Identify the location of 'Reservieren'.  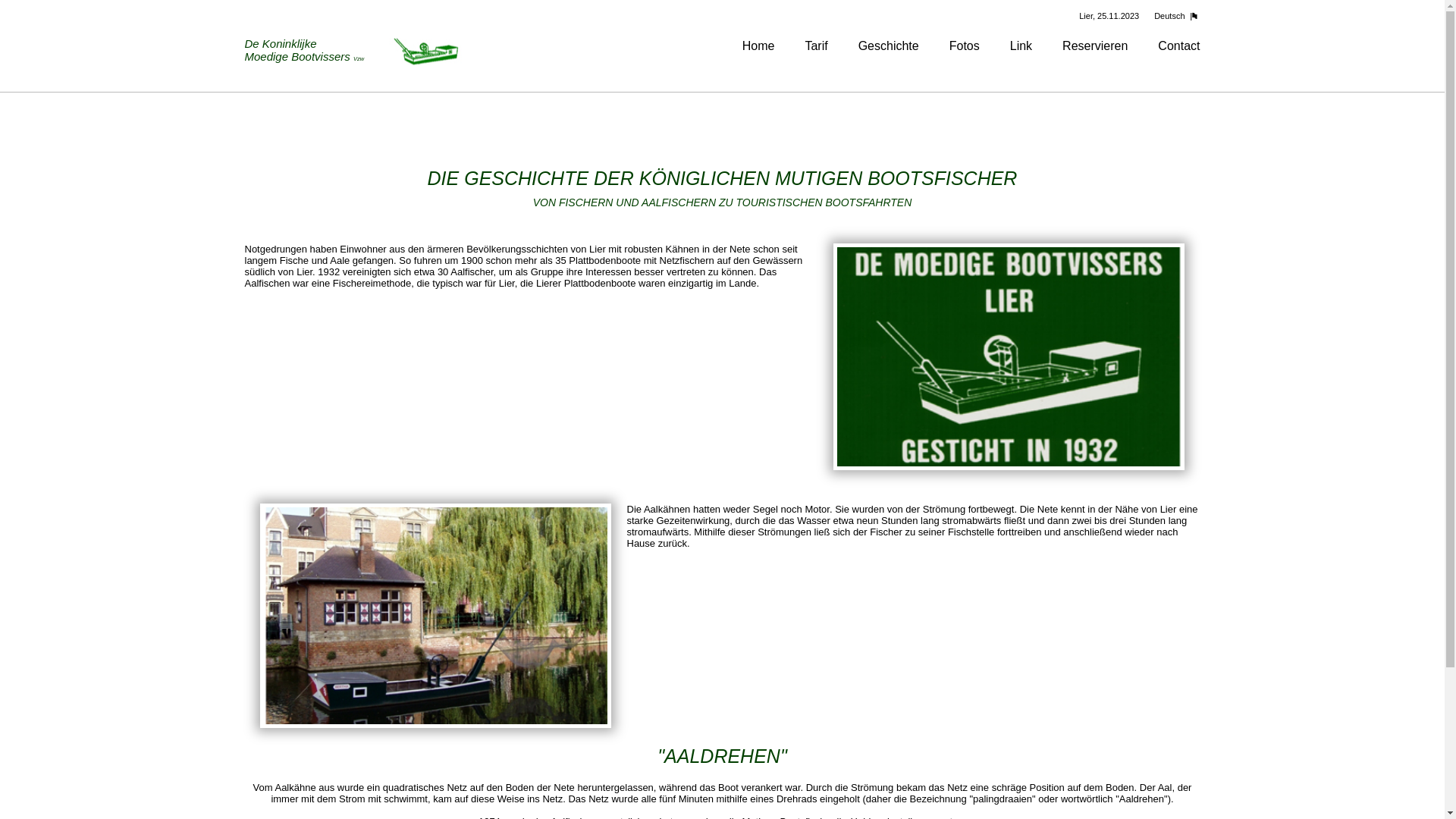
(1095, 45).